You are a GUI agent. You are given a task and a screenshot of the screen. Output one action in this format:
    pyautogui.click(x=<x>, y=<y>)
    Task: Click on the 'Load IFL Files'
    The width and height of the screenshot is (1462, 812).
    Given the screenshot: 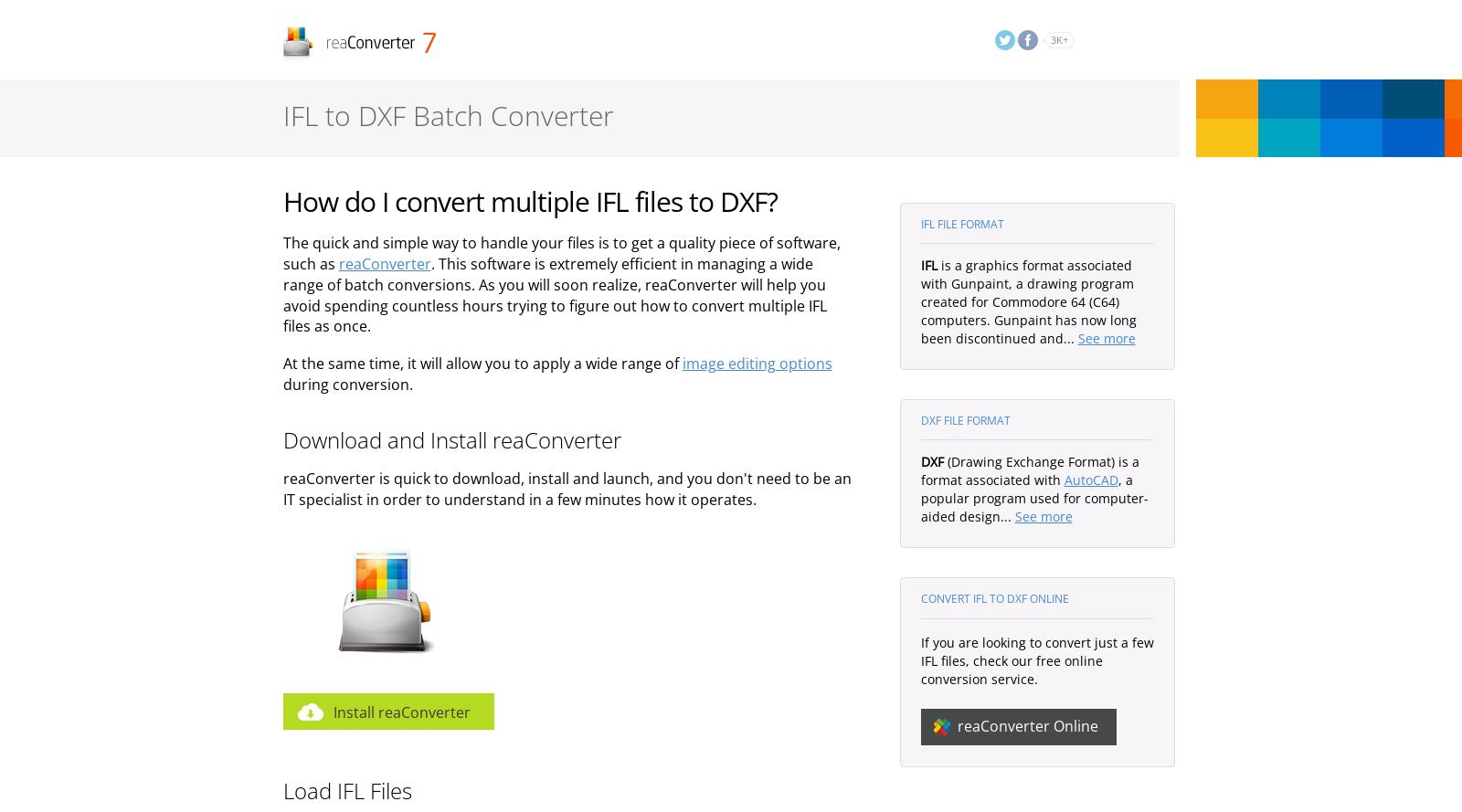 What is the action you would take?
    pyautogui.click(x=346, y=788)
    